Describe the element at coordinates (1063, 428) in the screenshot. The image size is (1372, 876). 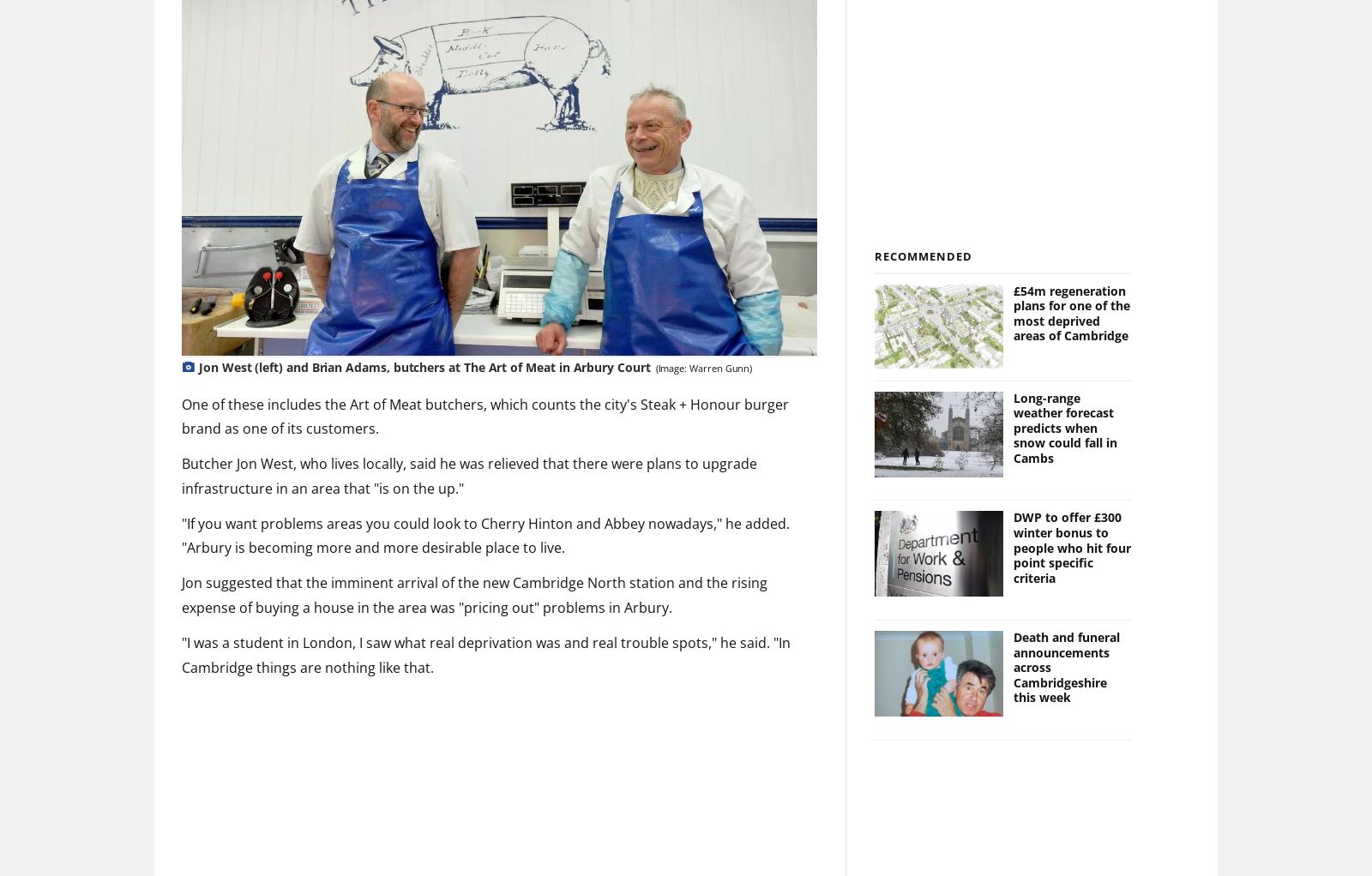
I see `'Long-range weather forecast predicts when snow could fall in Cambs'` at that location.